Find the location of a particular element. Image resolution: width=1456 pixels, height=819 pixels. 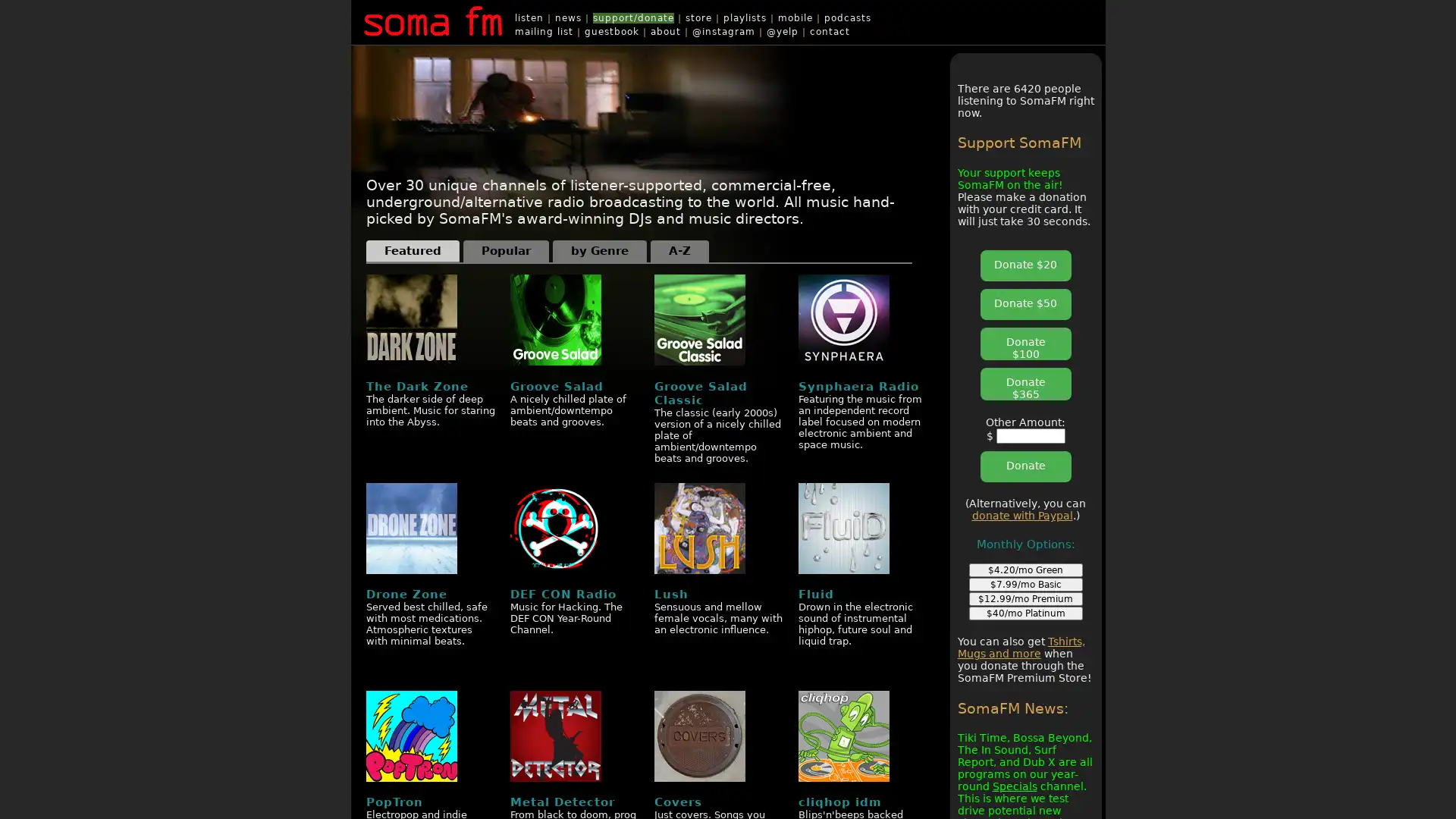

Donate $365 is located at coordinates (1025, 383).